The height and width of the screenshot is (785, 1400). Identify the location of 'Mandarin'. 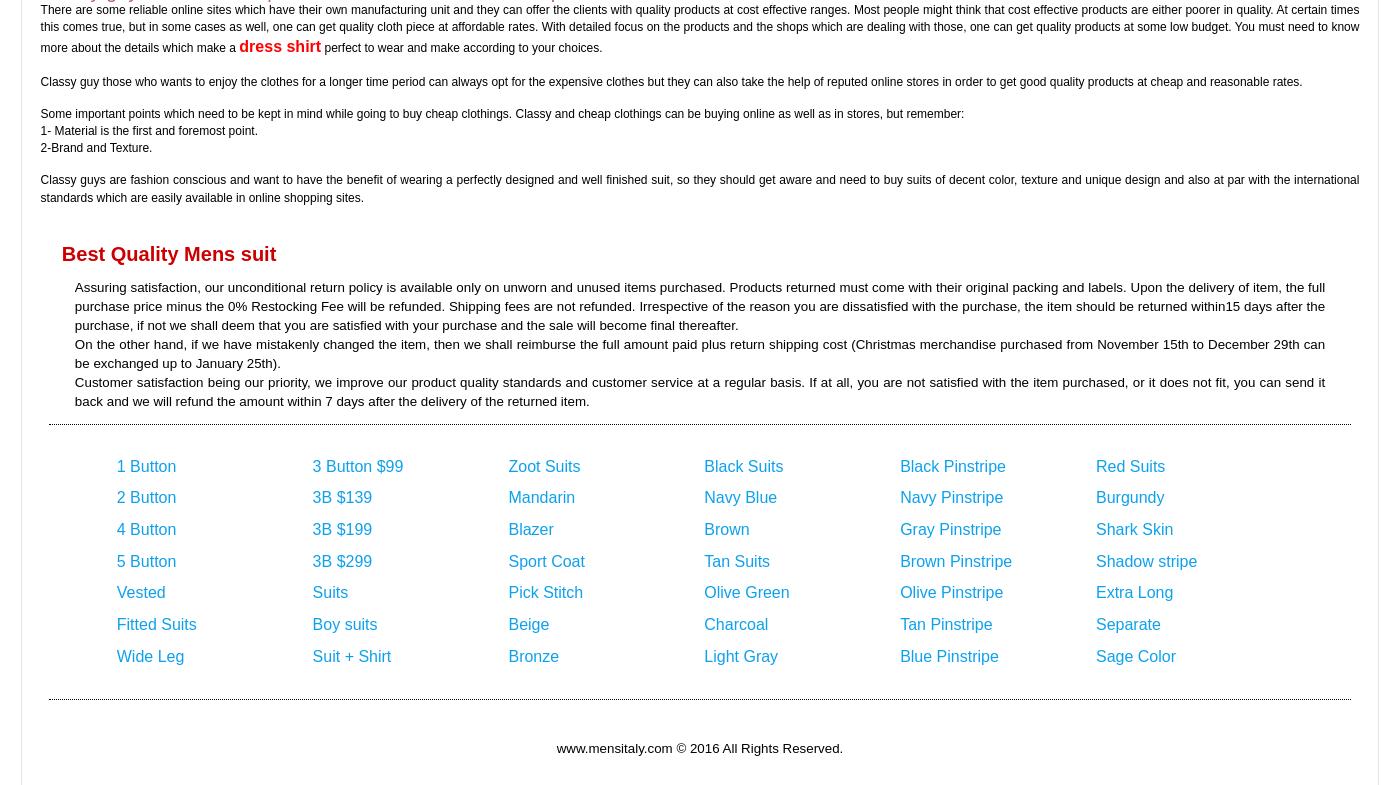
(541, 497).